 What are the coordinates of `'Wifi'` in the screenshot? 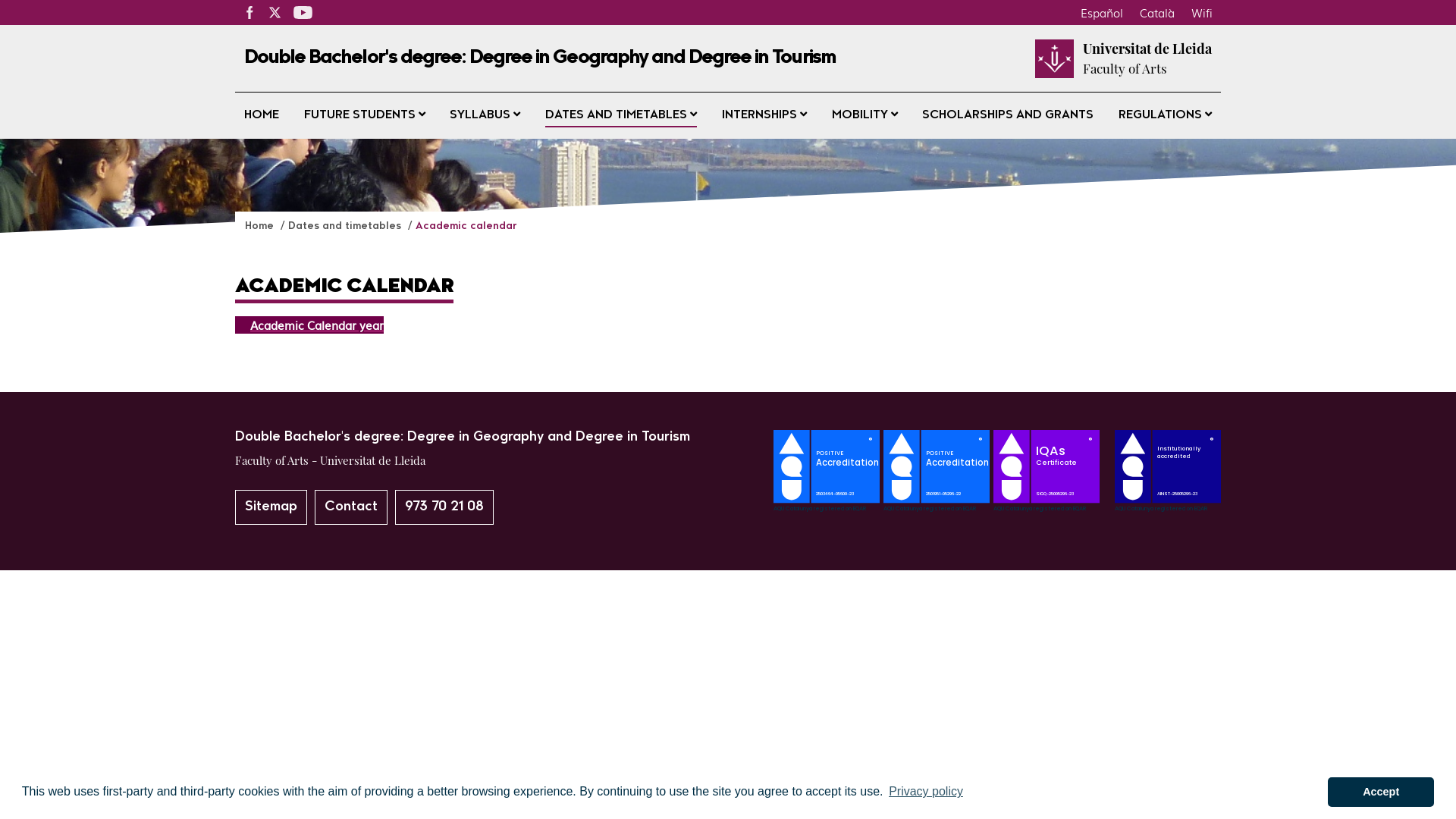 It's located at (1200, 11).